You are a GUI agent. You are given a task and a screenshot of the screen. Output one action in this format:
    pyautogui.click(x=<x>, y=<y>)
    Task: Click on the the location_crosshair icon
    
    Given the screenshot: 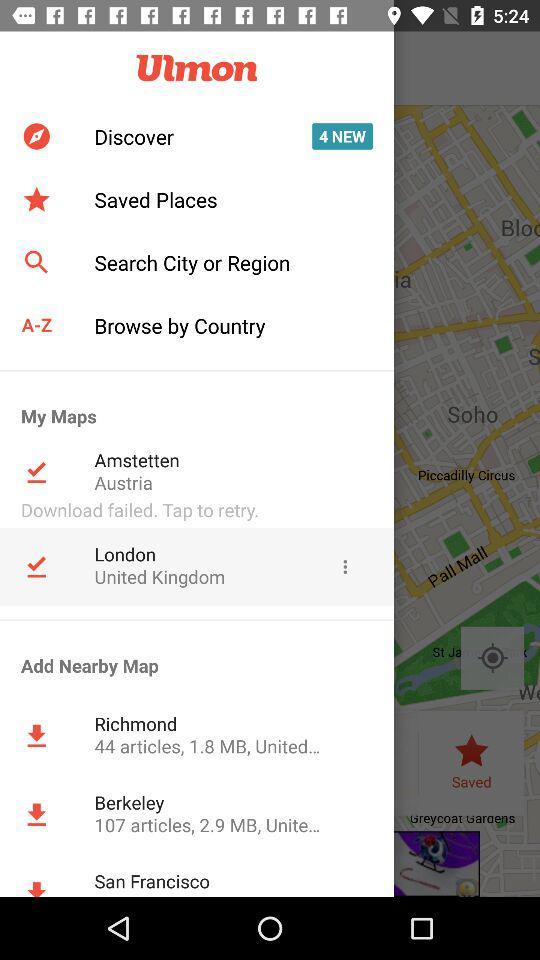 What is the action you would take?
    pyautogui.click(x=491, y=657)
    